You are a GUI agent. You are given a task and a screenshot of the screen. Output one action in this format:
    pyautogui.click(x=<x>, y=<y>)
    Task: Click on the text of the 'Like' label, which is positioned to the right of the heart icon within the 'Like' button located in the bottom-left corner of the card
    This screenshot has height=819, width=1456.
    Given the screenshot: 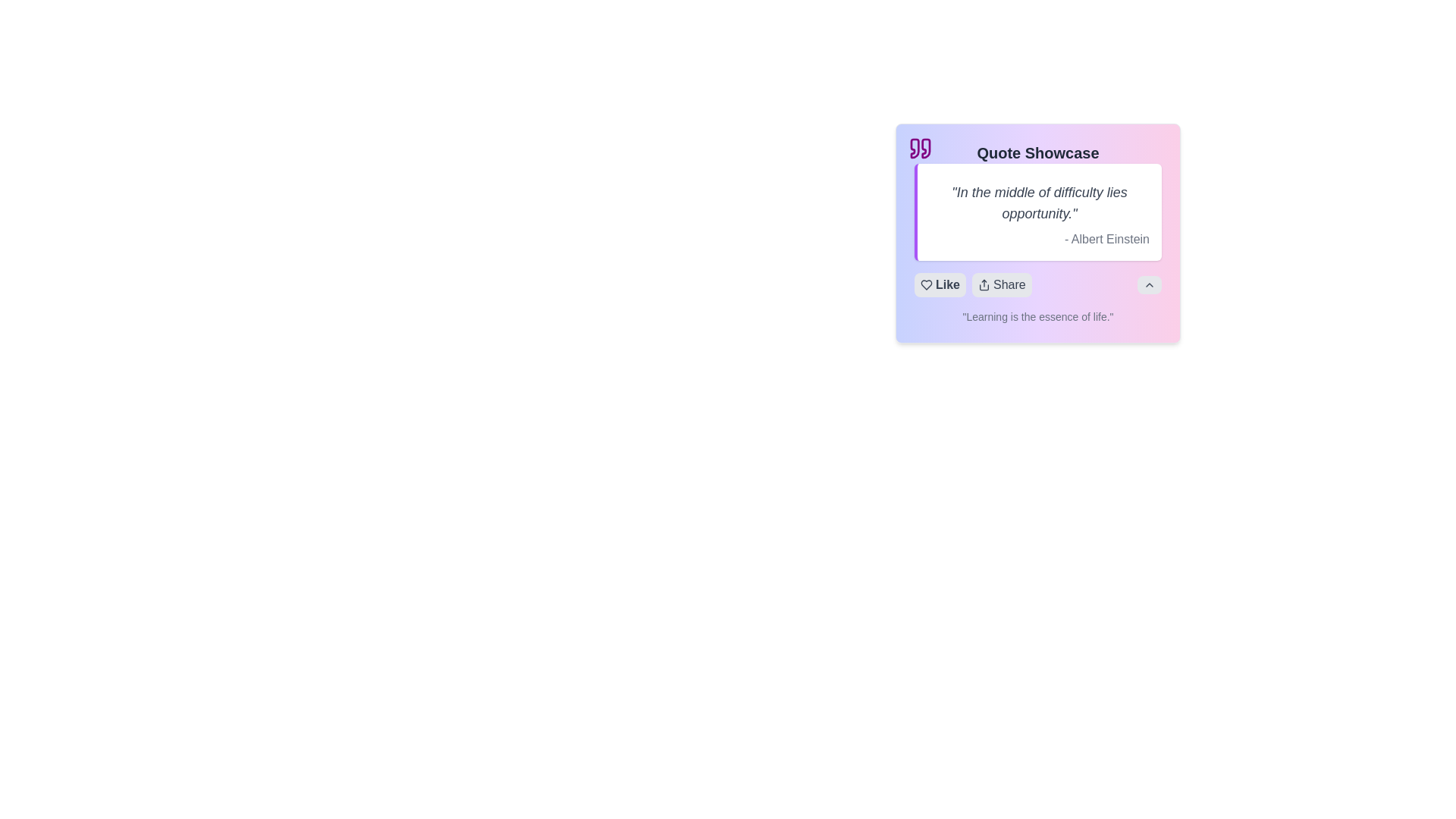 What is the action you would take?
    pyautogui.click(x=946, y=284)
    